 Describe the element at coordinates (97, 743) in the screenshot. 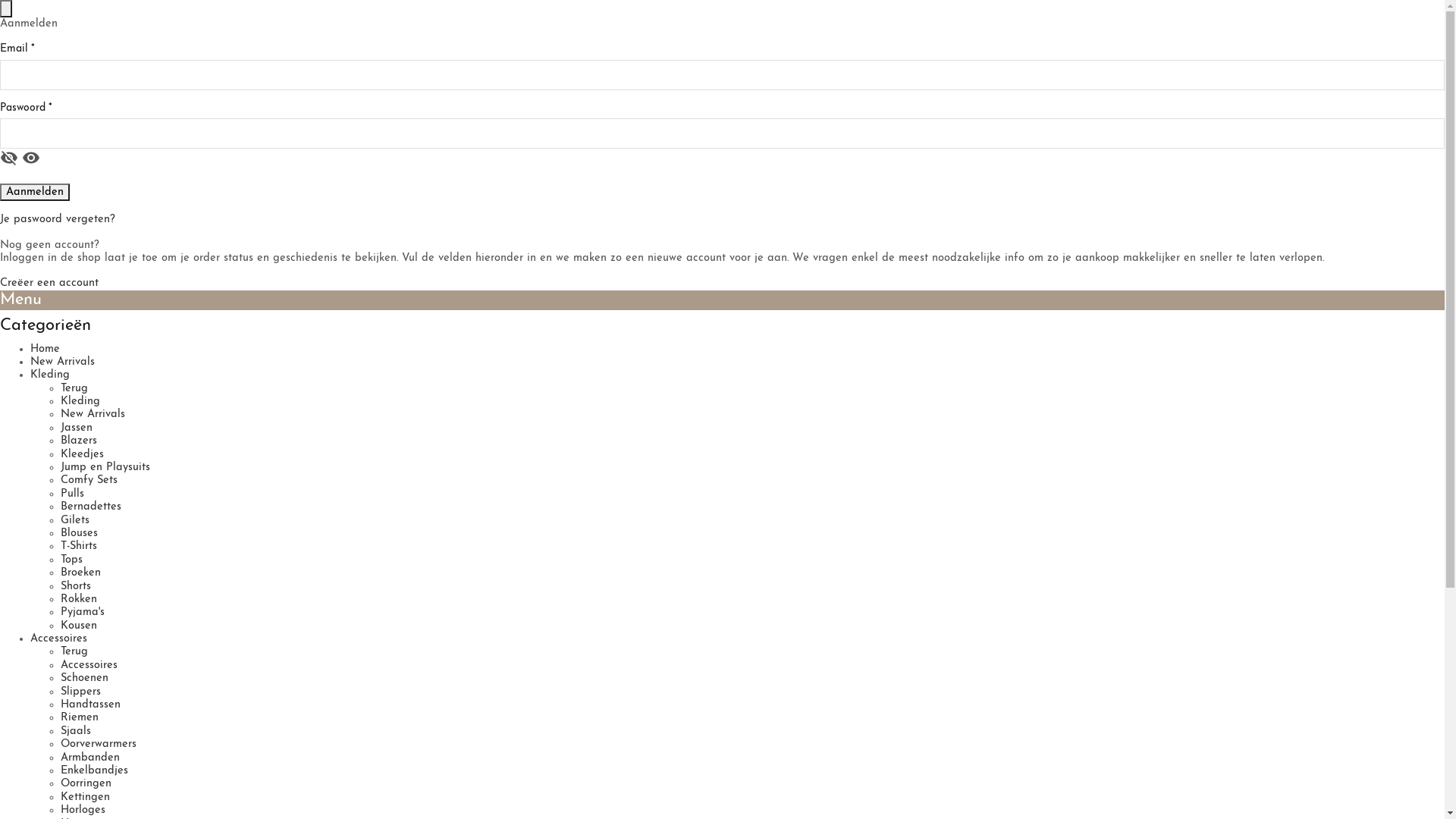

I see `'Oorverwarmers'` at that location.